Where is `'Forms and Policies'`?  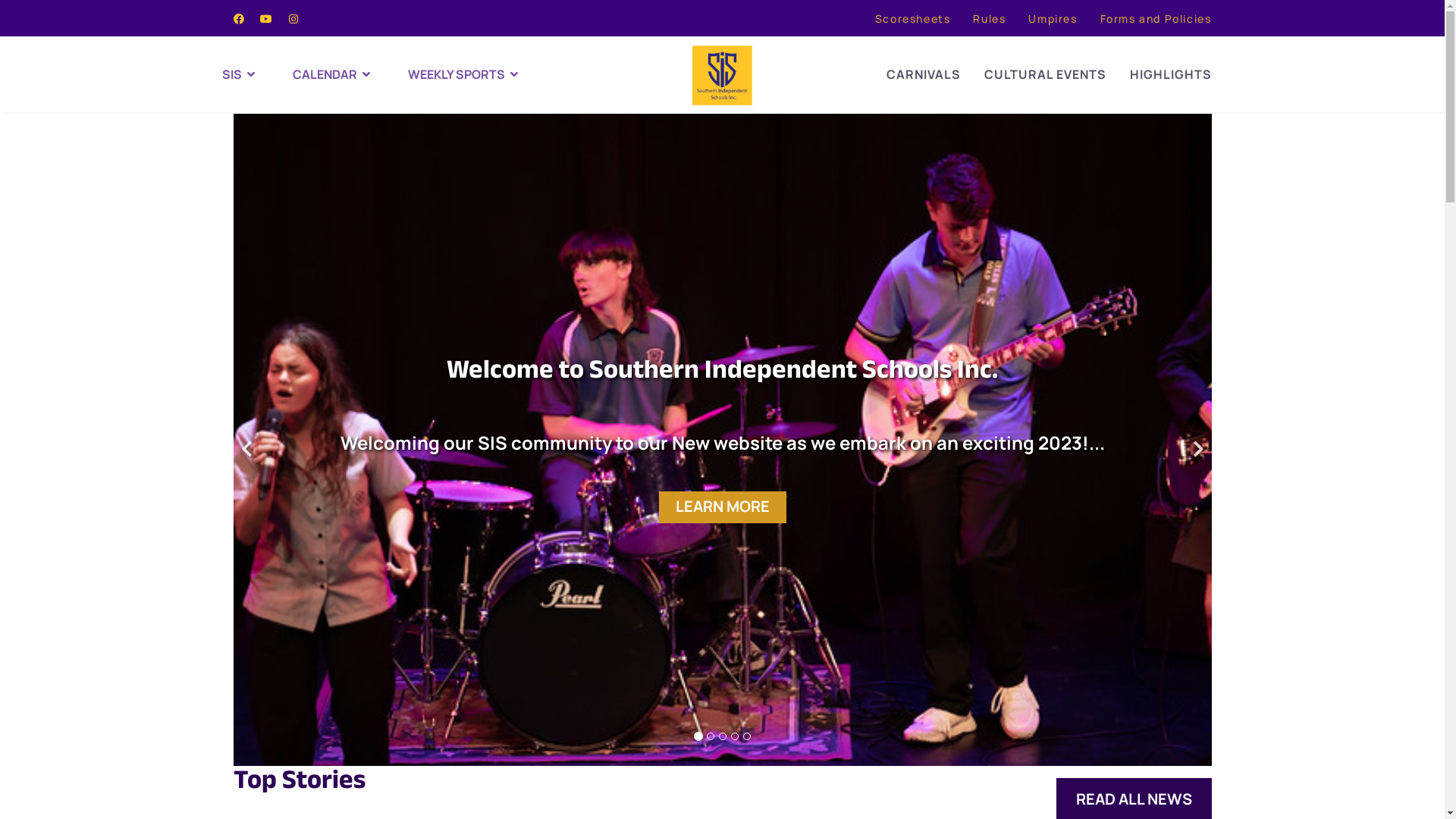
'Forms and Policies' is located at coordinates (1155, 18).